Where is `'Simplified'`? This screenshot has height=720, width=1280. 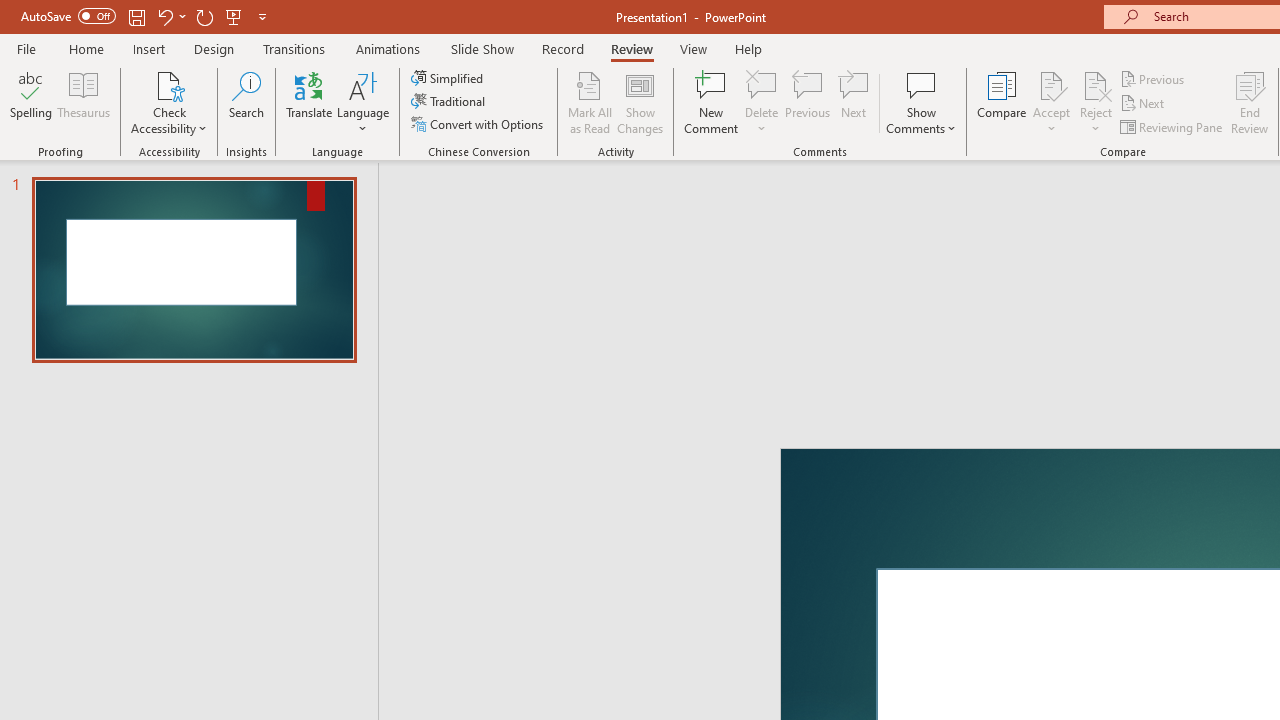 'Simplified' is located at coordinates (448, 77).